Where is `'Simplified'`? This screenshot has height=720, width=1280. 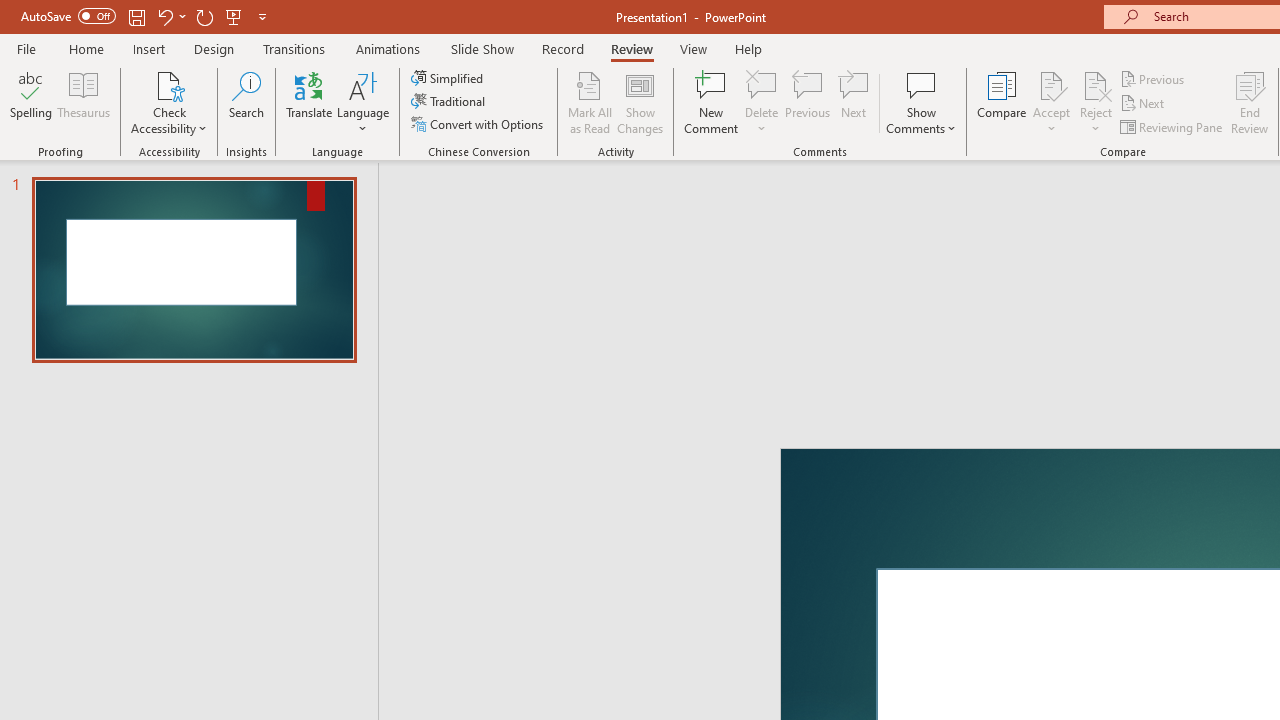 'Simplified' is located at coordinates (448, 77).